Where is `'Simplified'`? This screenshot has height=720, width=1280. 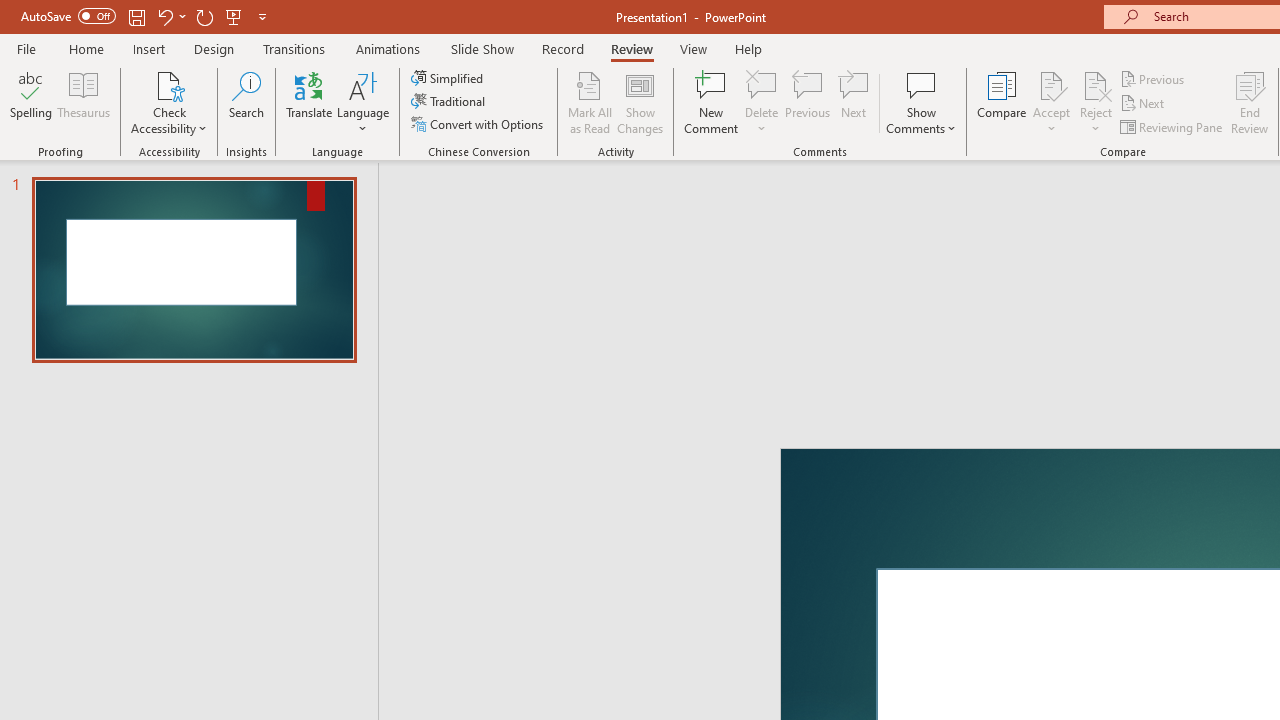 'Simplified' is located at coordinates (448, 77).